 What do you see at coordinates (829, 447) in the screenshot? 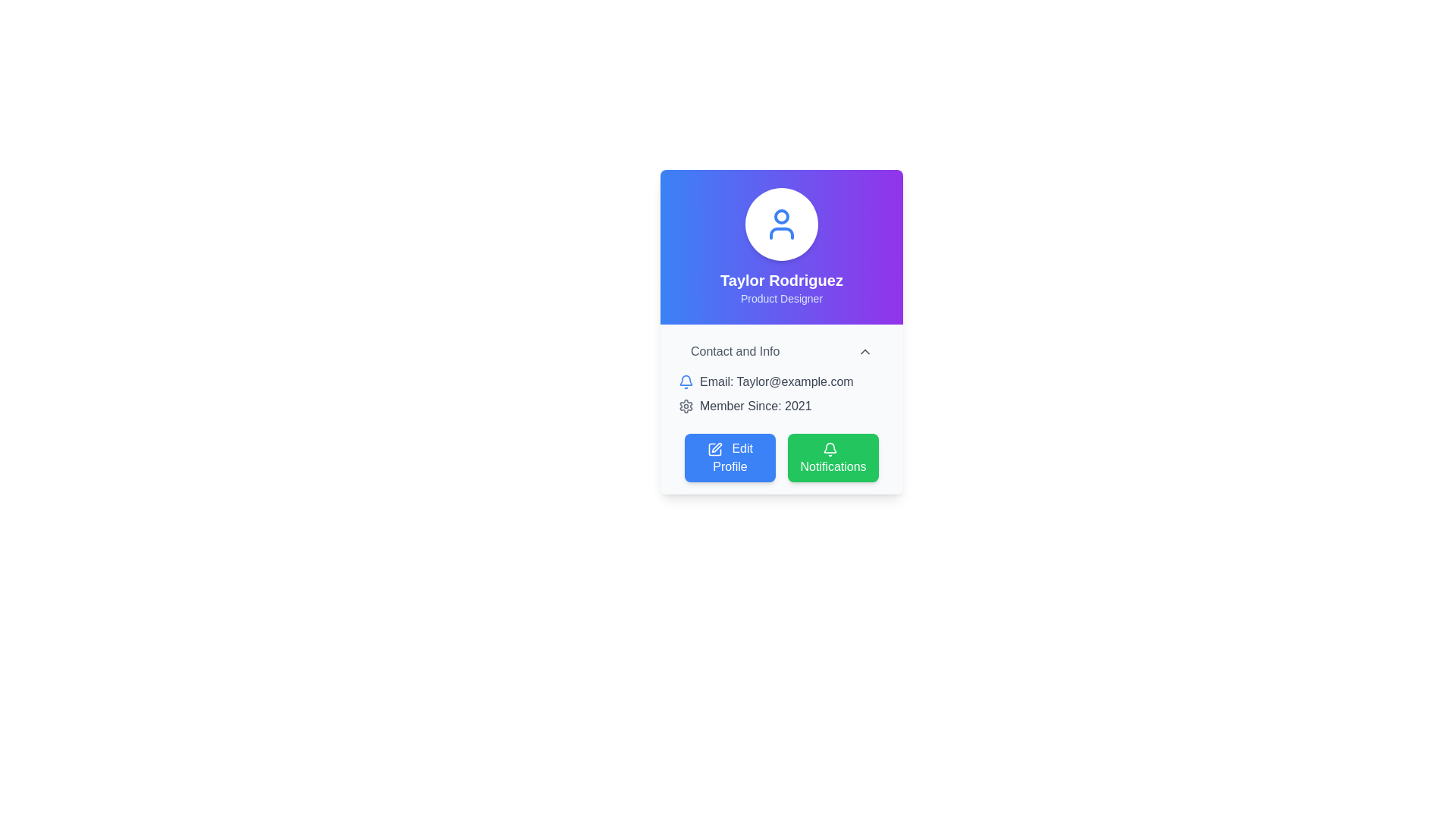
I see `the notification icon located within the green button on the user card, to the right of the 'Edit Profile' button` at bounding box center [829, 447].